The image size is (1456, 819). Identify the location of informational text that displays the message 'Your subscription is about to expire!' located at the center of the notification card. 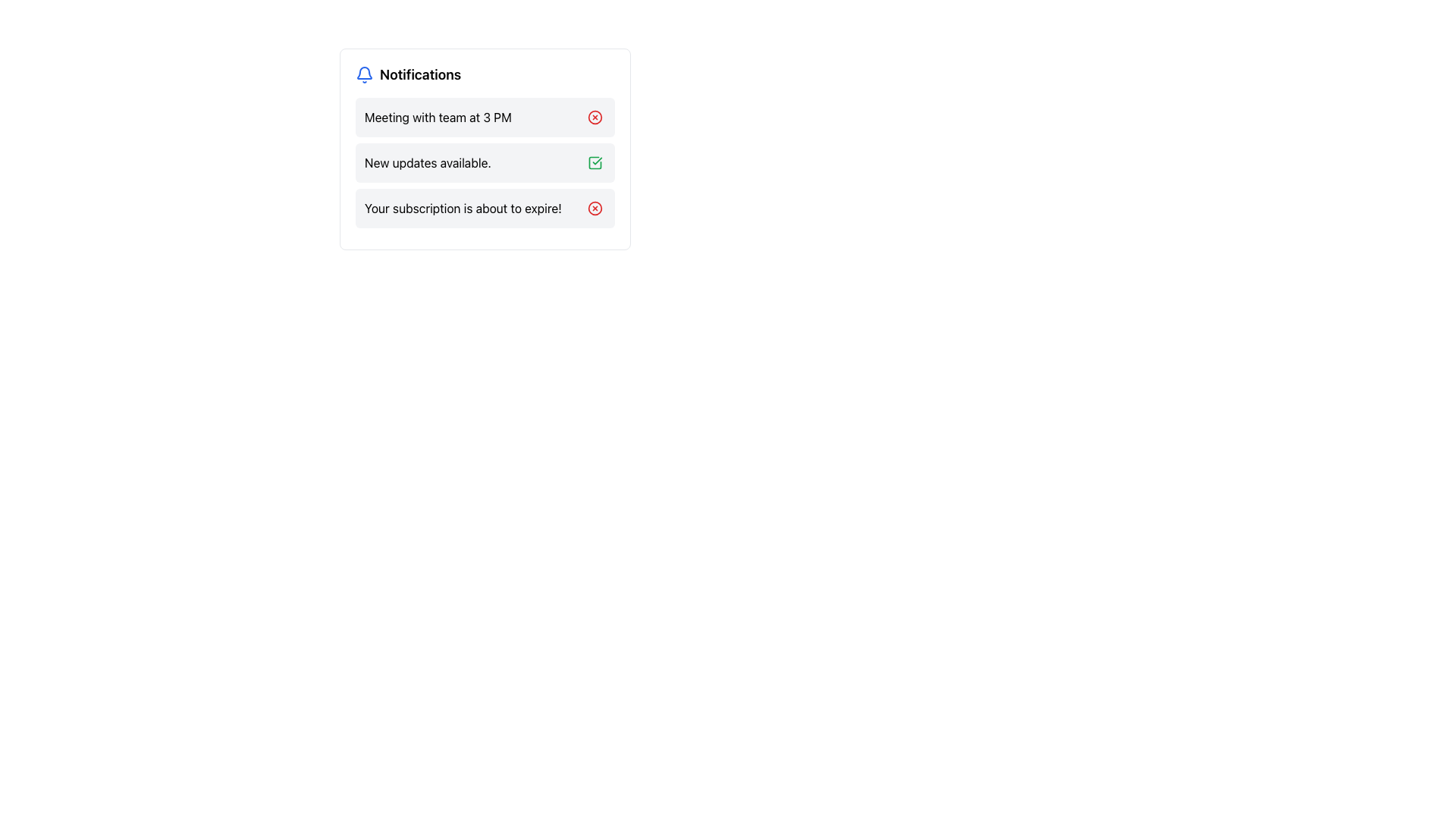
(462, 208).